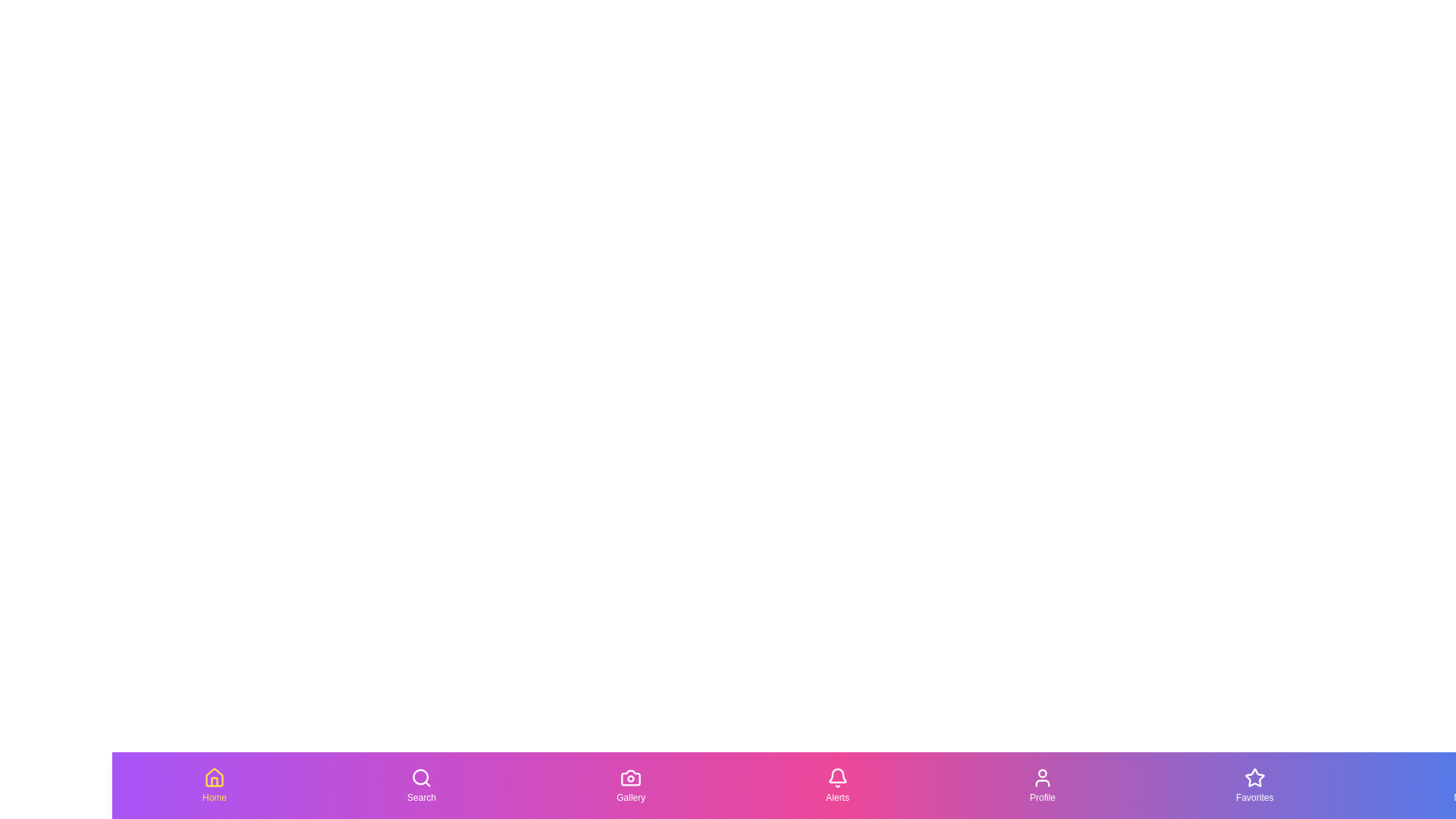 This screenshot has height=819, width=1456. What do you see at coordinates (630, 785) in the screenshot?
I see `the Gallery tab by clicking on its button` at bounding box center [630, 785].